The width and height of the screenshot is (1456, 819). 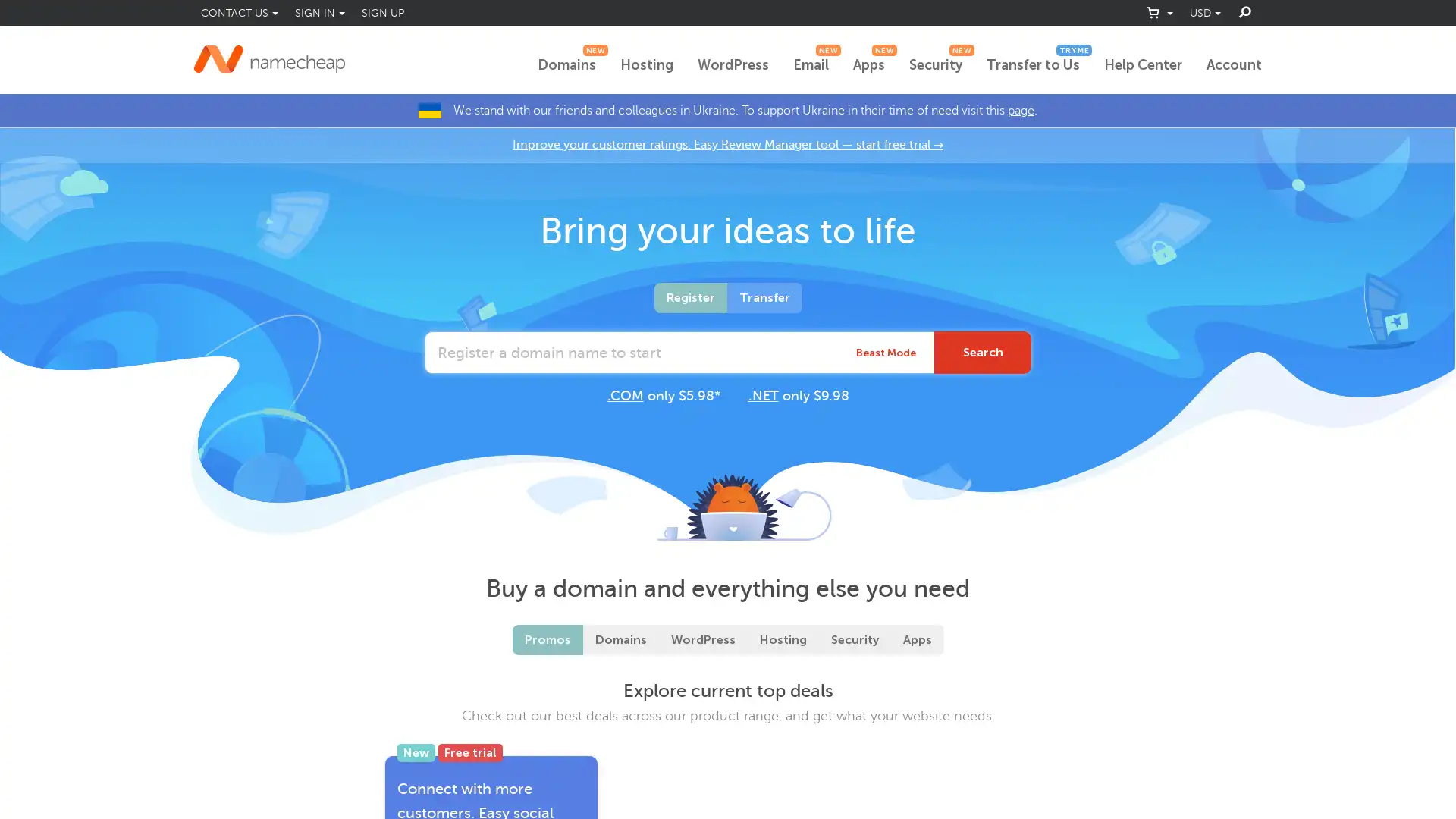 I want to click on Search, so click(x=983, y=353).